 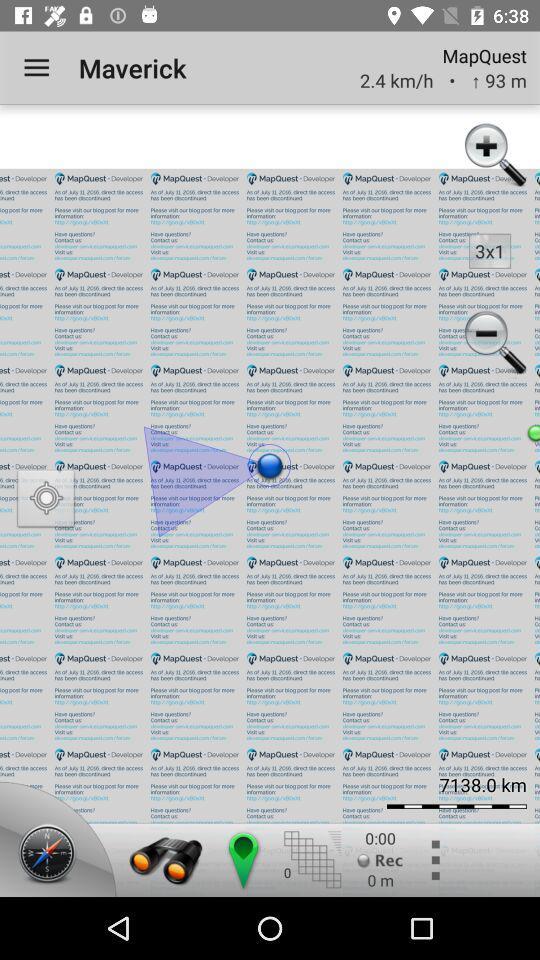 What do you see at coordinates (46, 500) in the screenshot?
I see `icon on the left` at bounding box center [46, 500].